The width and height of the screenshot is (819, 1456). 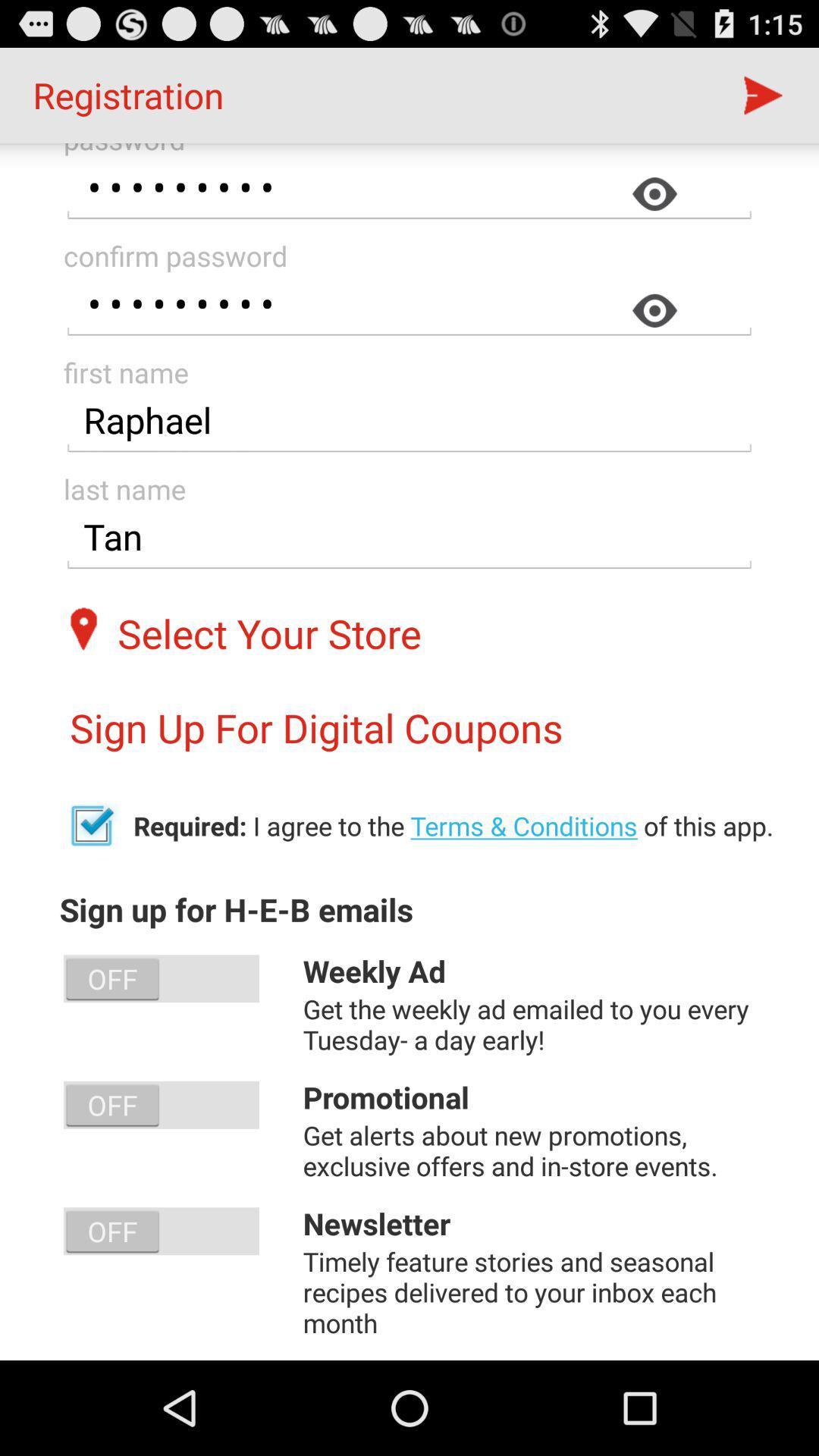 I want to click on the visibility icon, so click(x=659, y=334).